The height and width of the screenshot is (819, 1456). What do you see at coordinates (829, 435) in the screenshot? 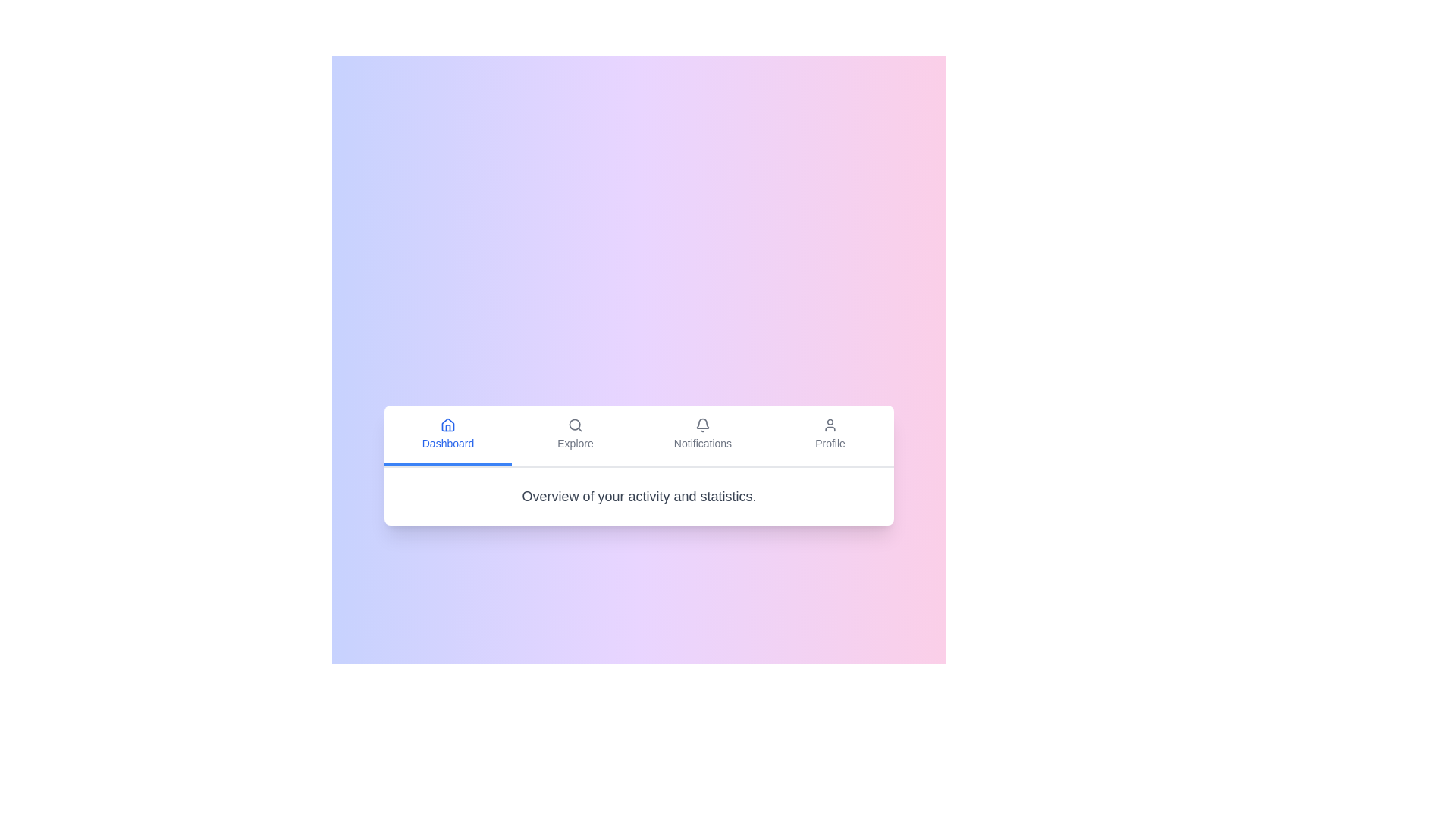
I see `the Profile tab` at bounding box center [829, 435].